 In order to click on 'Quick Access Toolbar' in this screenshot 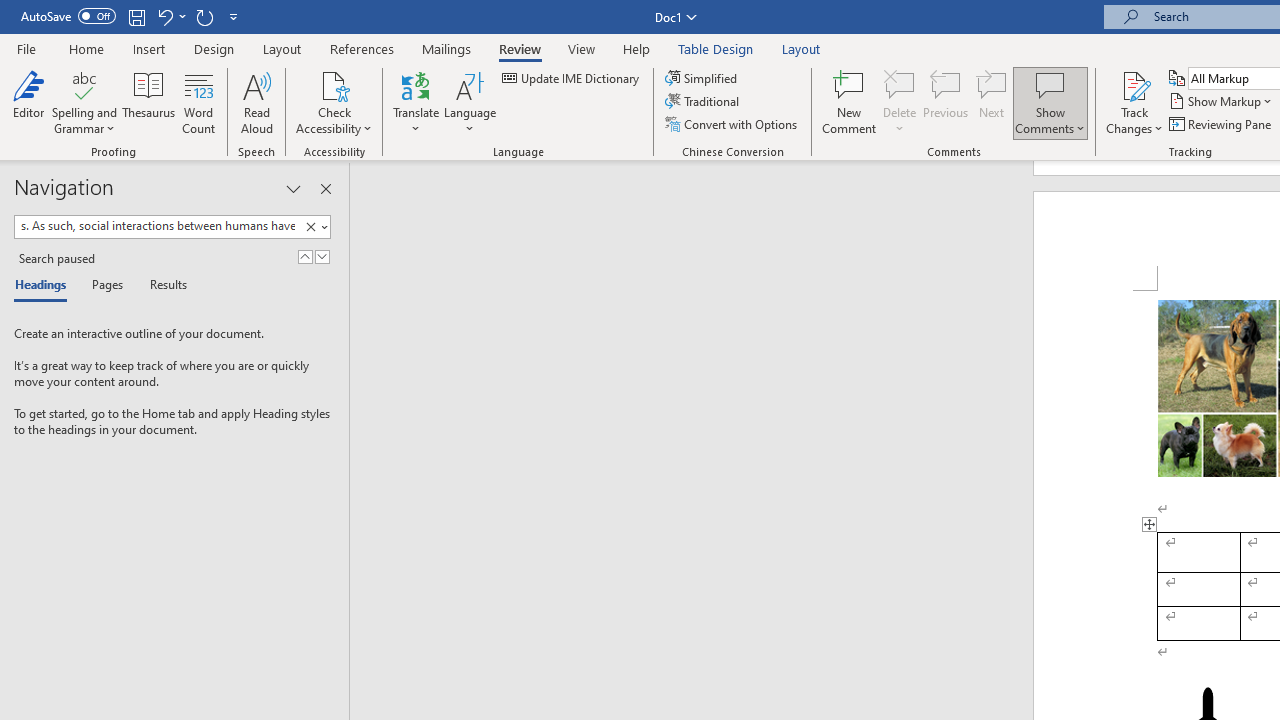, I will do `click(130, 16)`.